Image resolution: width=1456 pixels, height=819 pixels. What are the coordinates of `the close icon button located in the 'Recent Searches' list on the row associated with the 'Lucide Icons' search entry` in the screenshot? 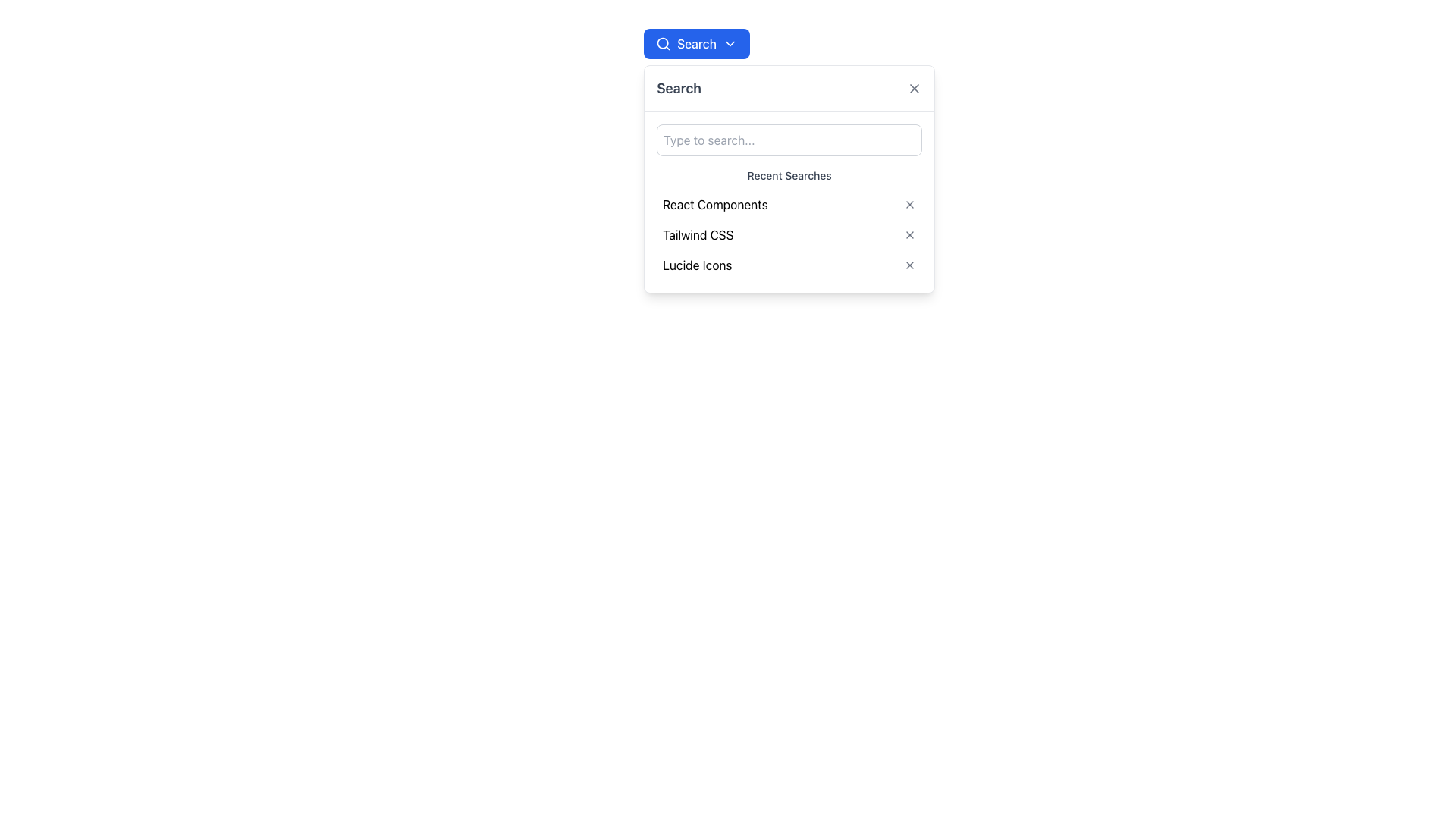 It's located at (910, 265).